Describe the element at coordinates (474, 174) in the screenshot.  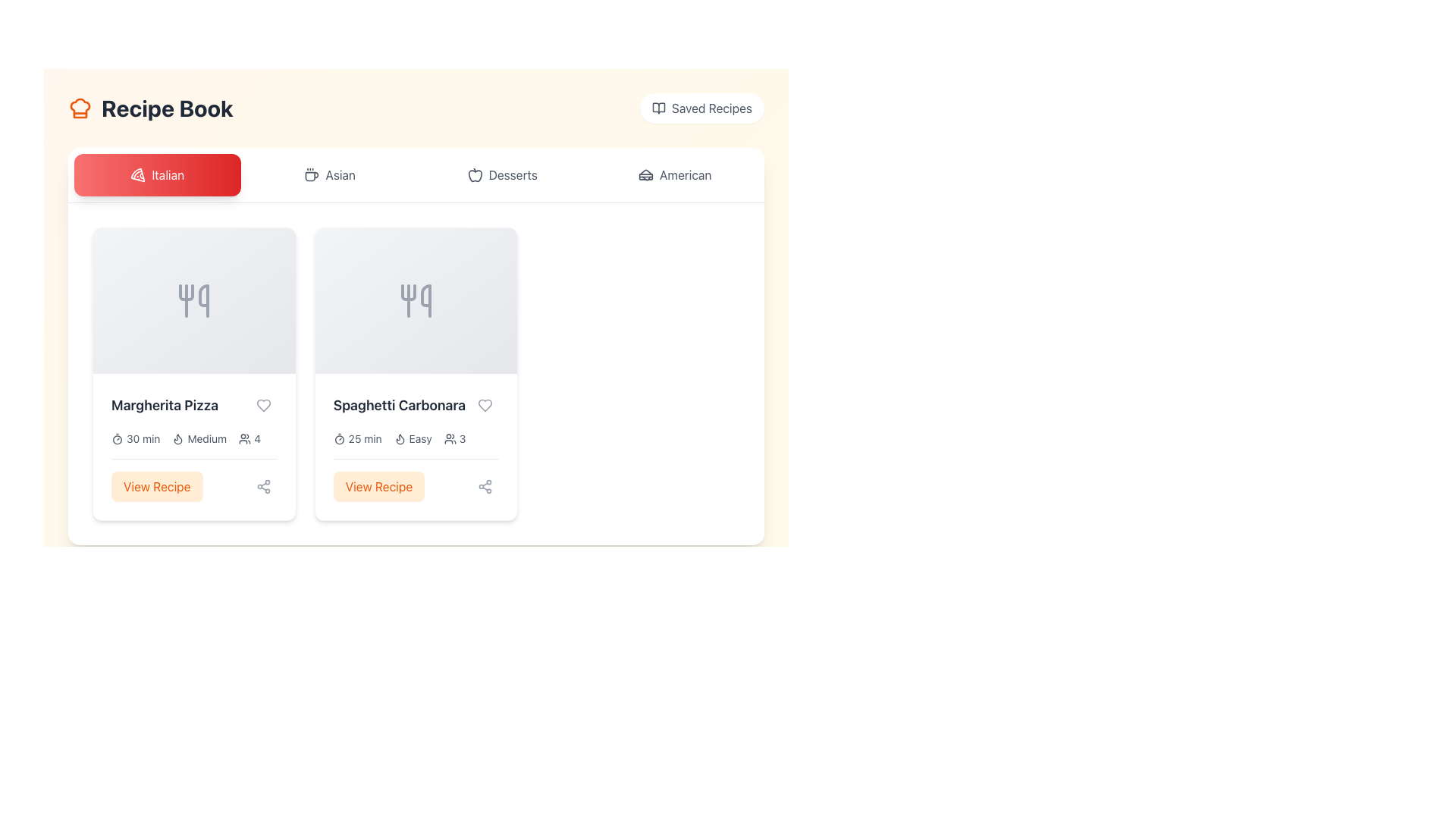
I see `the apple-shaped icon with a dark gray stroke located to the left of the 'Desserts' text label in the navigation bar` at that location.